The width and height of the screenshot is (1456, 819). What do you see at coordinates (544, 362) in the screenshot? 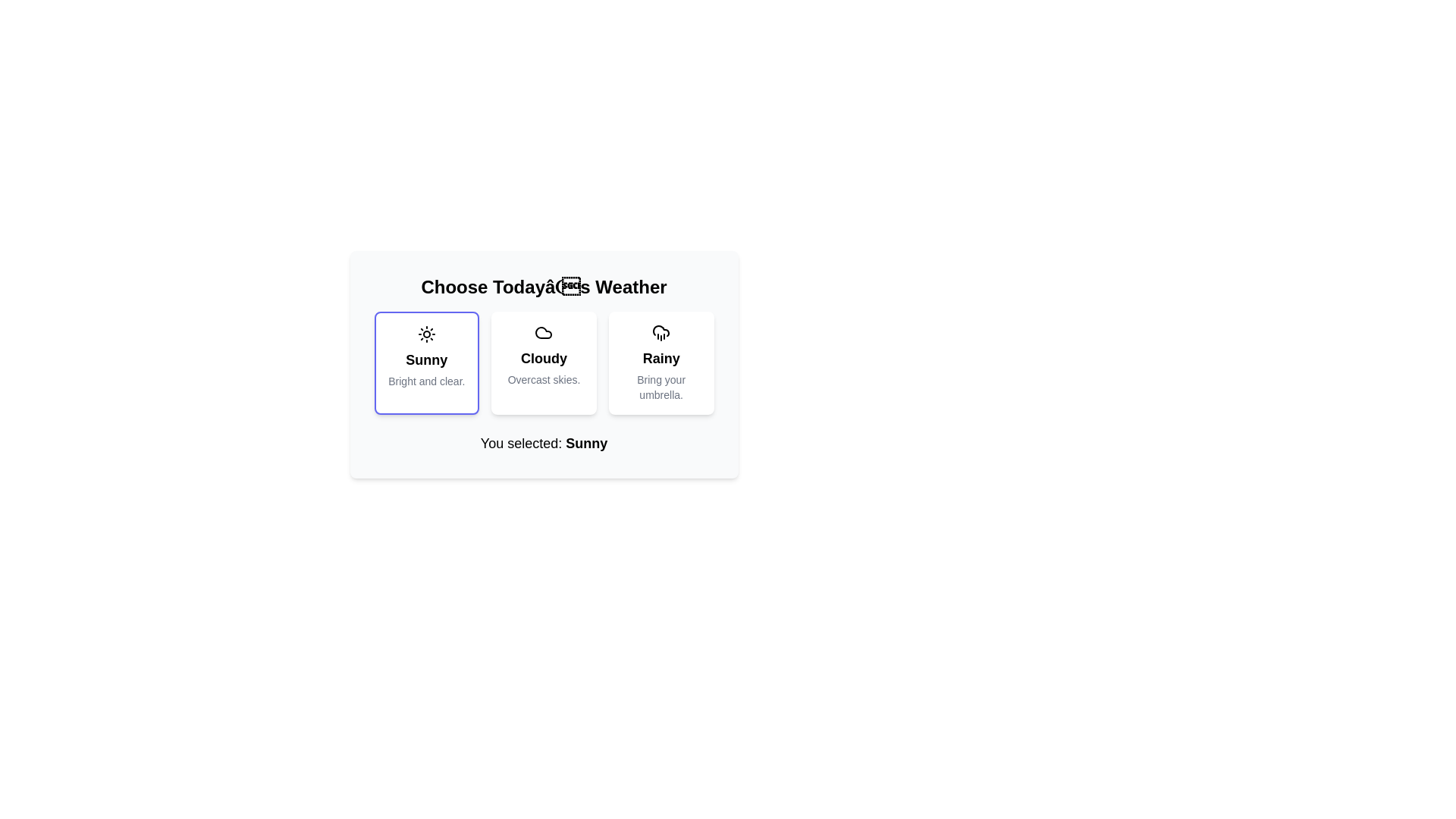
I see `the 'Cloudy' weather option card in the weather selection interface` at bounding box center [544, 362].